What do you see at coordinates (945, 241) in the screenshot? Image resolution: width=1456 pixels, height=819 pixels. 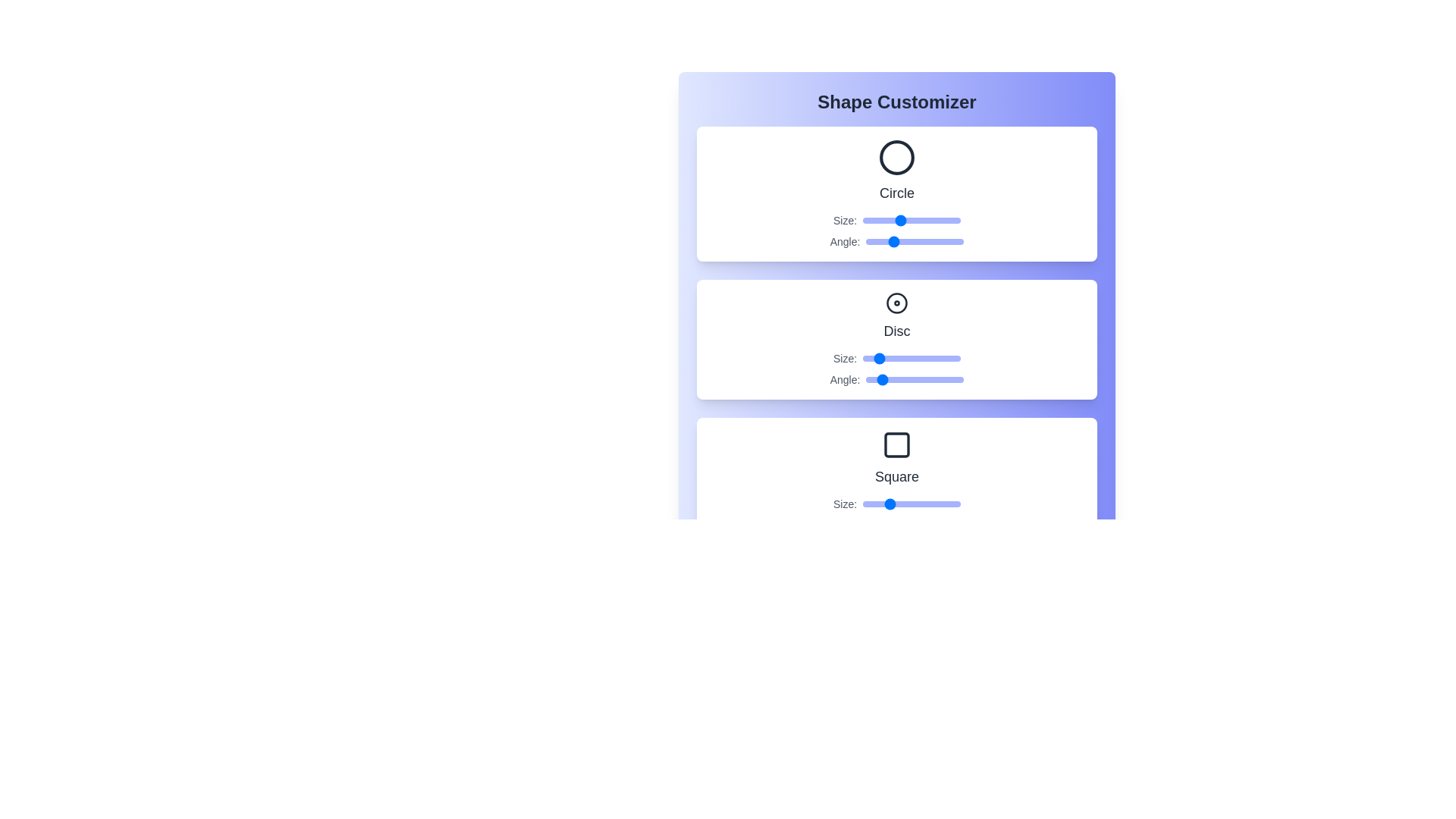 I see `the Circle's angle slider to 294 degrees` at bounding box center [945, 241].